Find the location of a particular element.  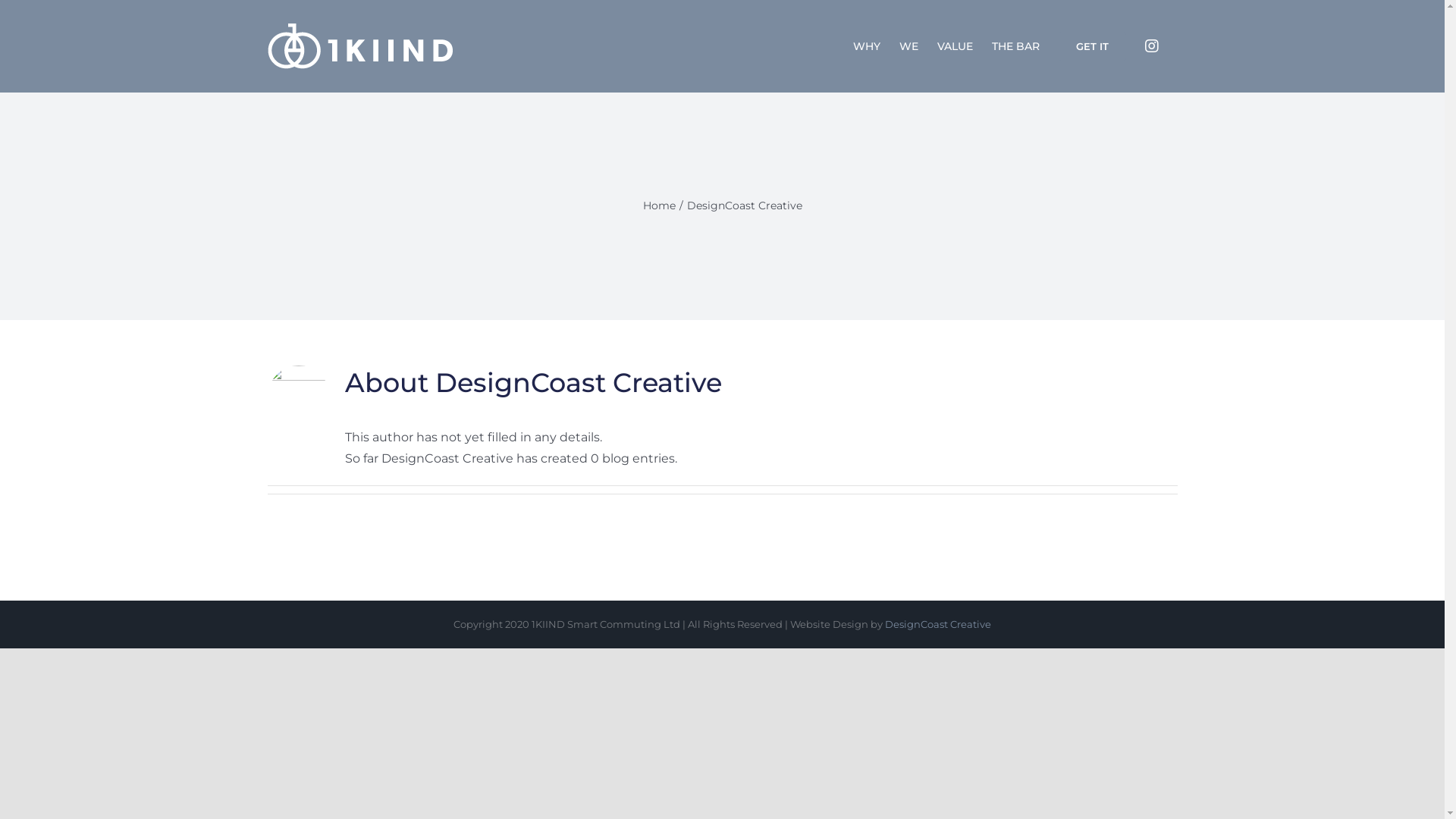

'WHY' is located at coordinates (866, 45).